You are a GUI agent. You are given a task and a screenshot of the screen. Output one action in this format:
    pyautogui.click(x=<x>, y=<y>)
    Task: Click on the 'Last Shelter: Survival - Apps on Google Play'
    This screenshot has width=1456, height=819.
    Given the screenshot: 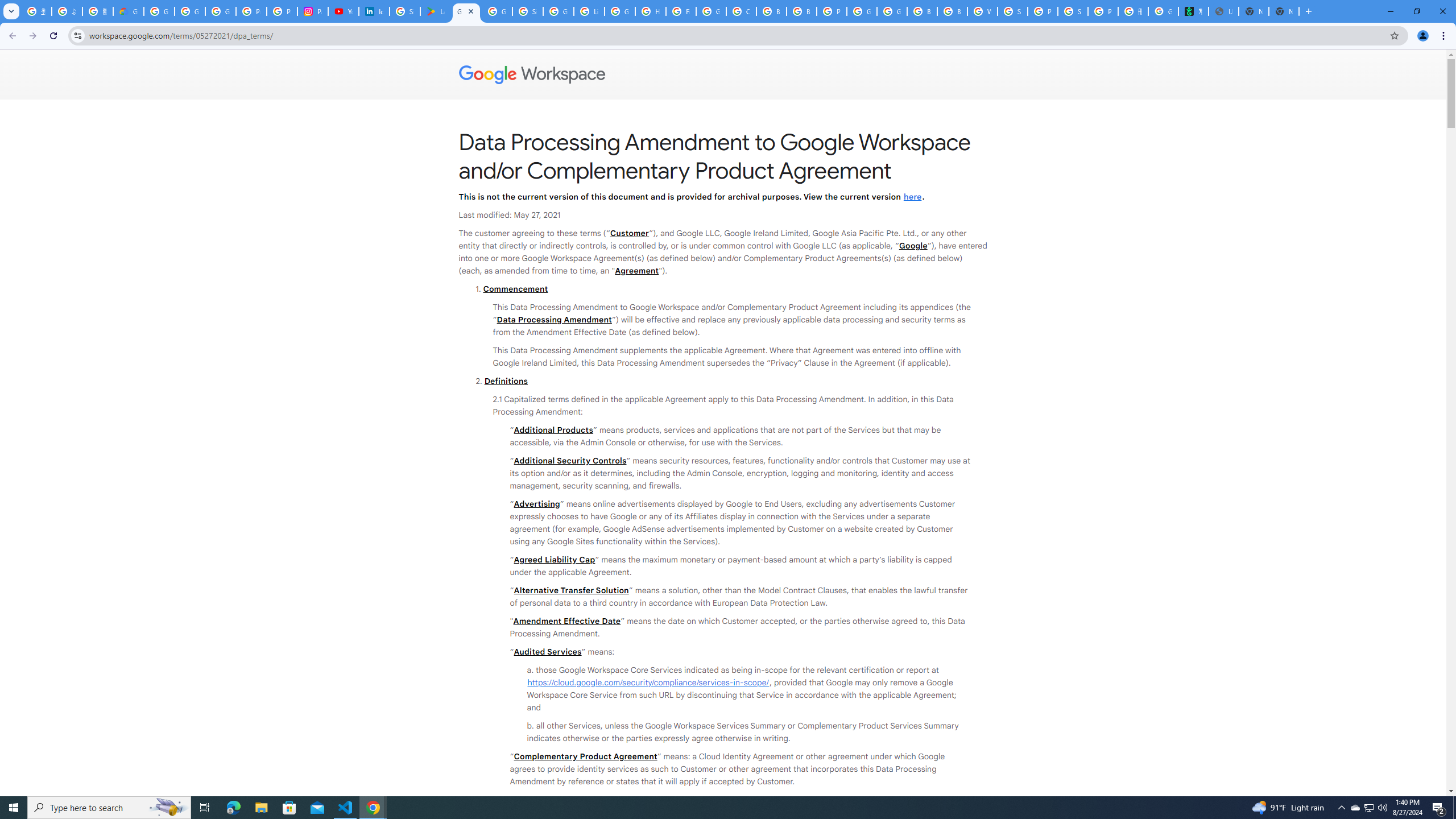 What is the action you would take?
    pyautogui.click(x=435, y=11)
    